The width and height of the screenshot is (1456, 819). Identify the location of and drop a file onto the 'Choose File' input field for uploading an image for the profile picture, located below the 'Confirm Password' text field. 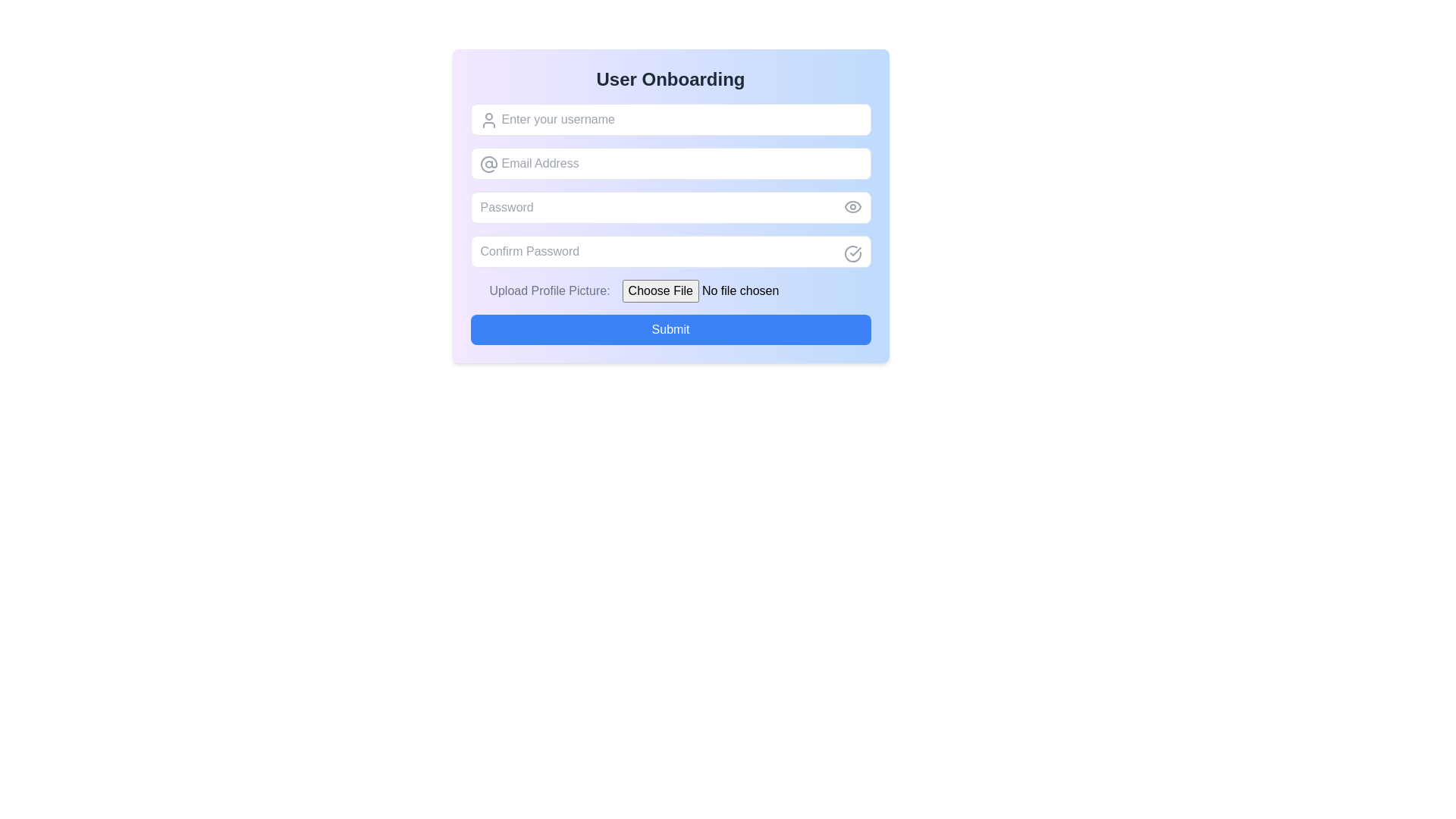
(737, 291).